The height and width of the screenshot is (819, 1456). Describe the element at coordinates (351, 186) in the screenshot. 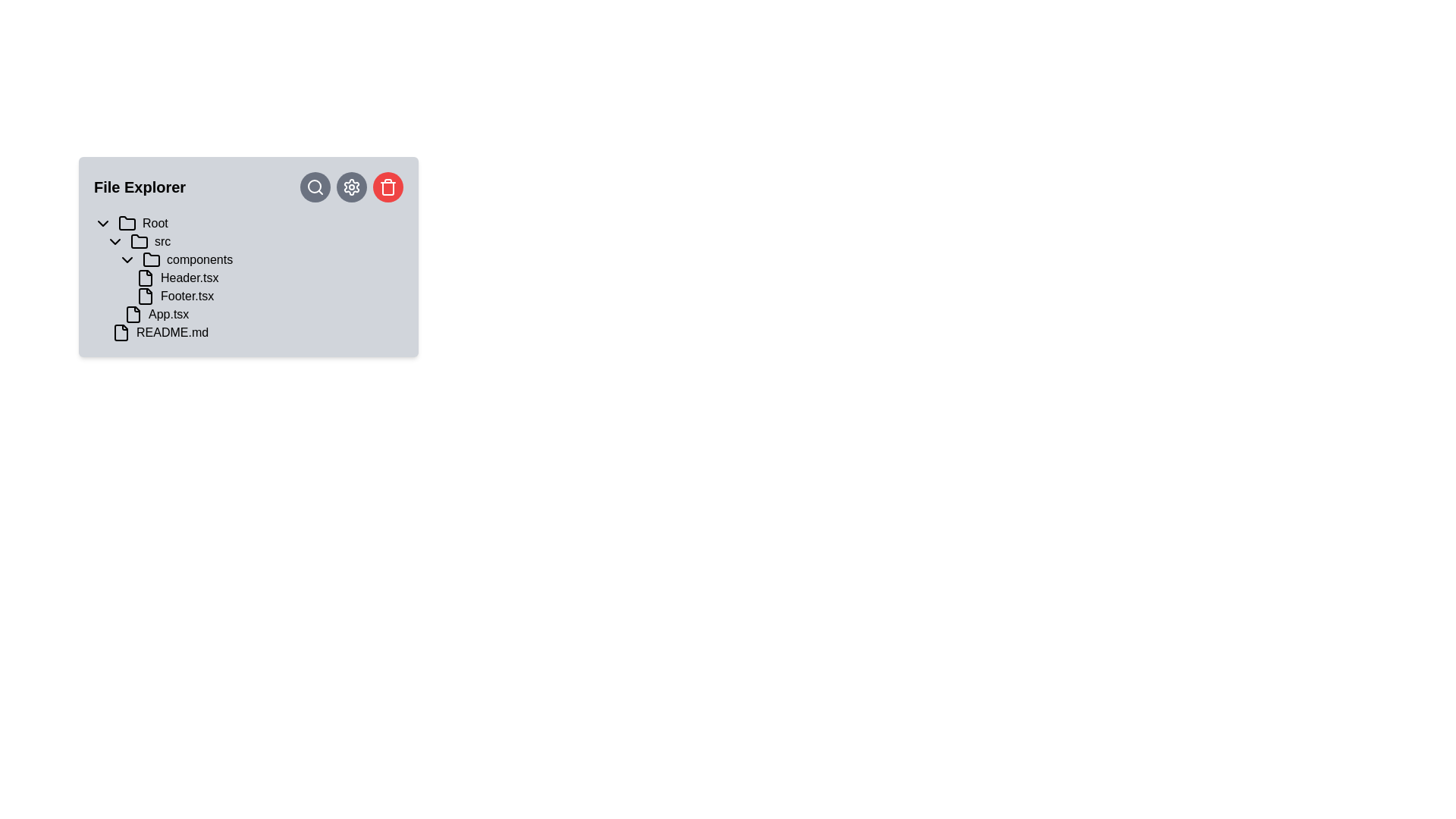

I see `the settings gear icon located at the top-right corner of the 'File Explorer' panel` at that location.